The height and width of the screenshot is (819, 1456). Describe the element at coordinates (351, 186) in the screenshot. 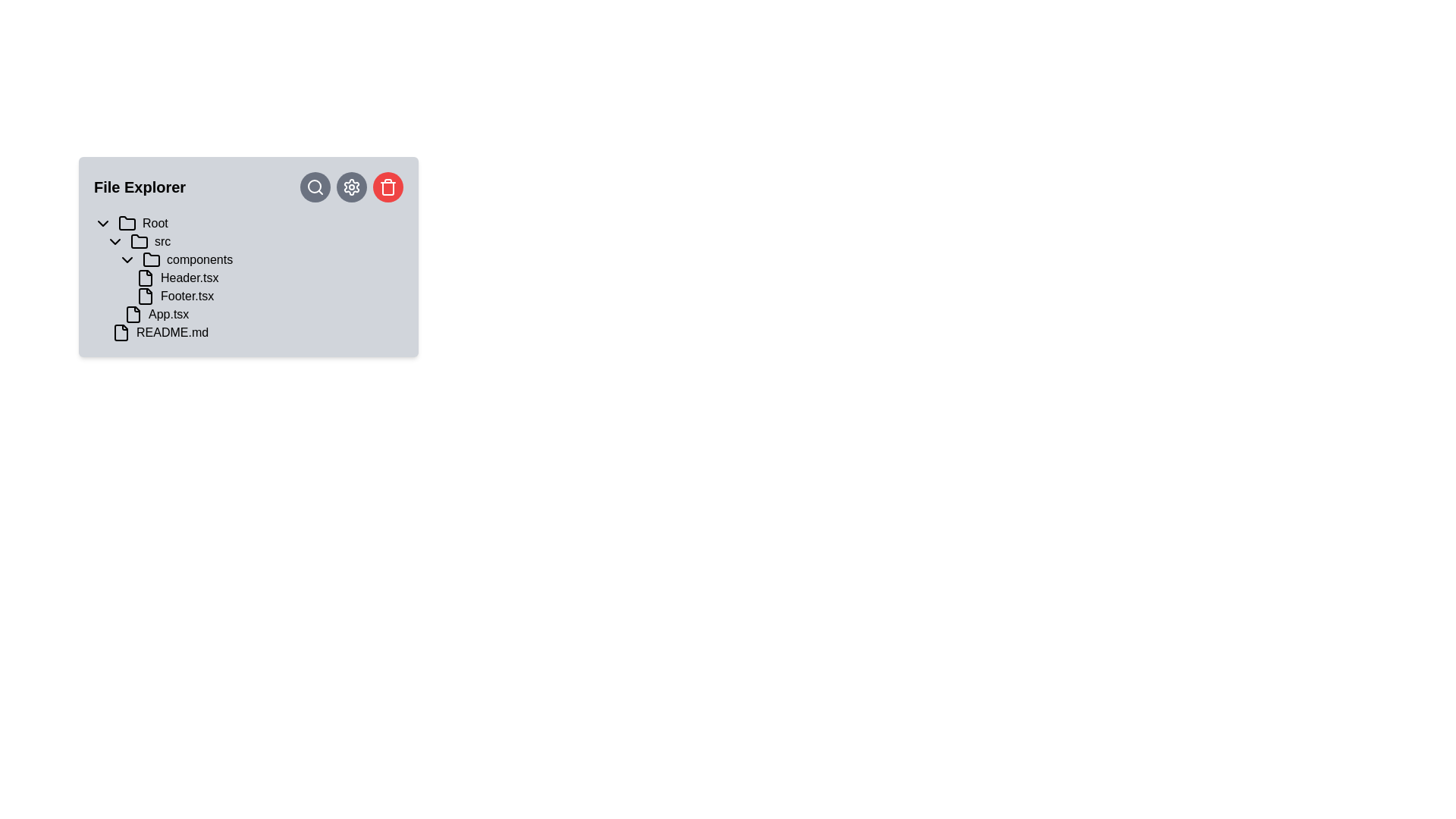

I see `the settings gear icon located at the top-right corner of the 'File Explorer' panel` at that location.